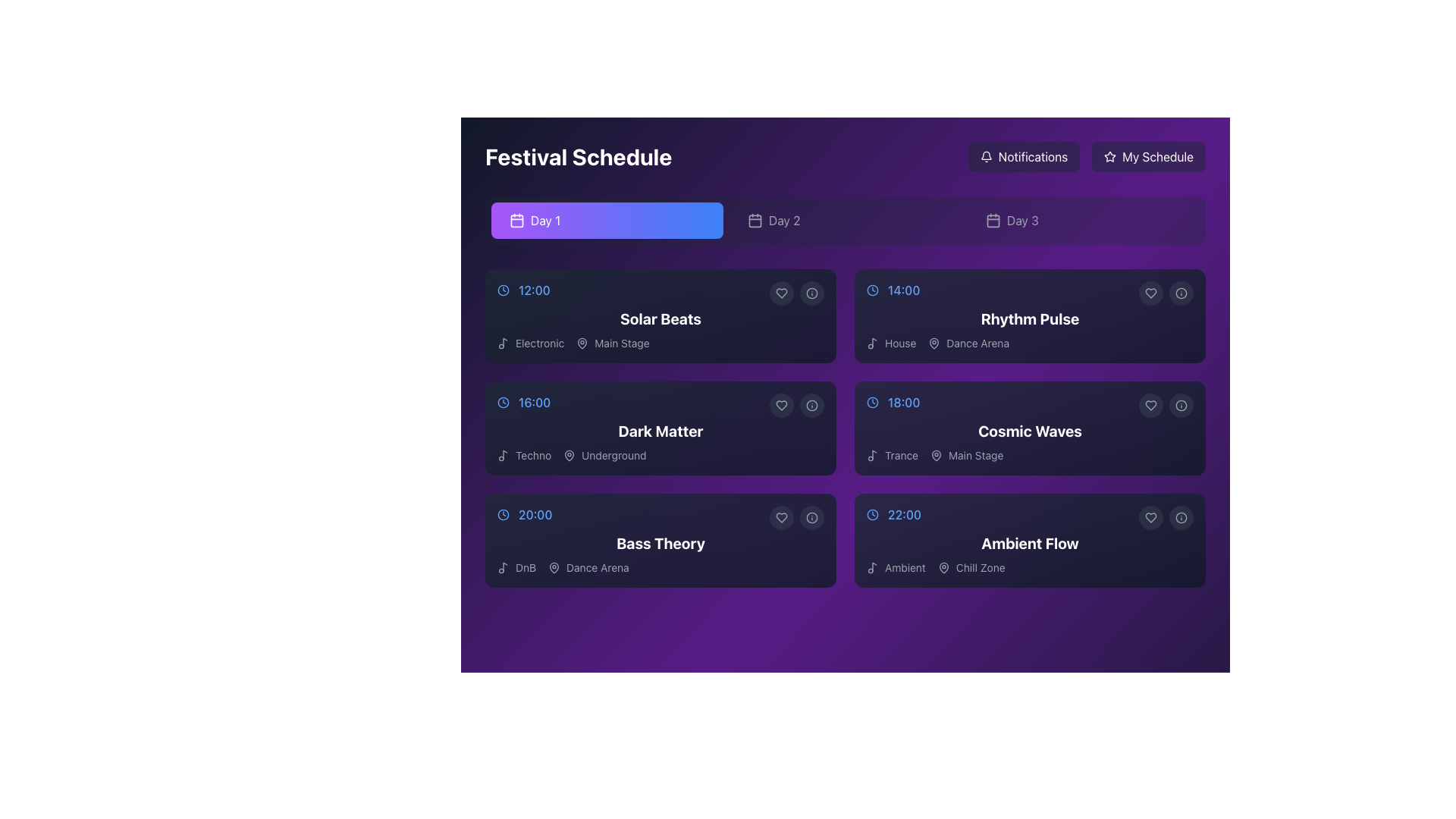 This screenshot has width=1456, height=819. What do you see at coordinates (981, 567) in the screenshot?
I see `text label displaying 'Chill Zone' located at the bottom-right of the interface, which contrasts against a dark background` at bounding box center [981, 567].